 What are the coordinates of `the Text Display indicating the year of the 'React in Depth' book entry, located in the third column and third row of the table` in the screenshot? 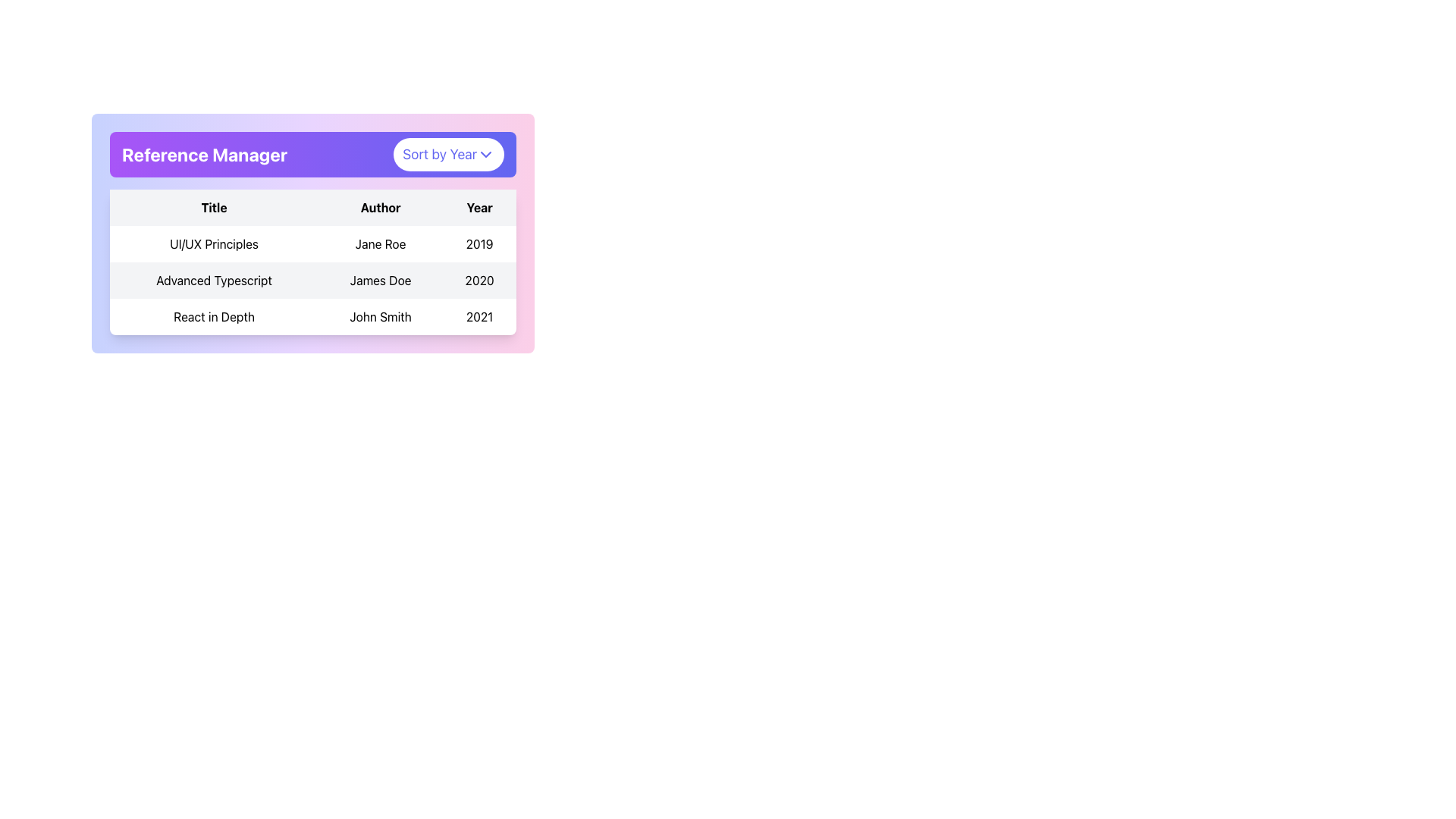 It's located at (479, 315).